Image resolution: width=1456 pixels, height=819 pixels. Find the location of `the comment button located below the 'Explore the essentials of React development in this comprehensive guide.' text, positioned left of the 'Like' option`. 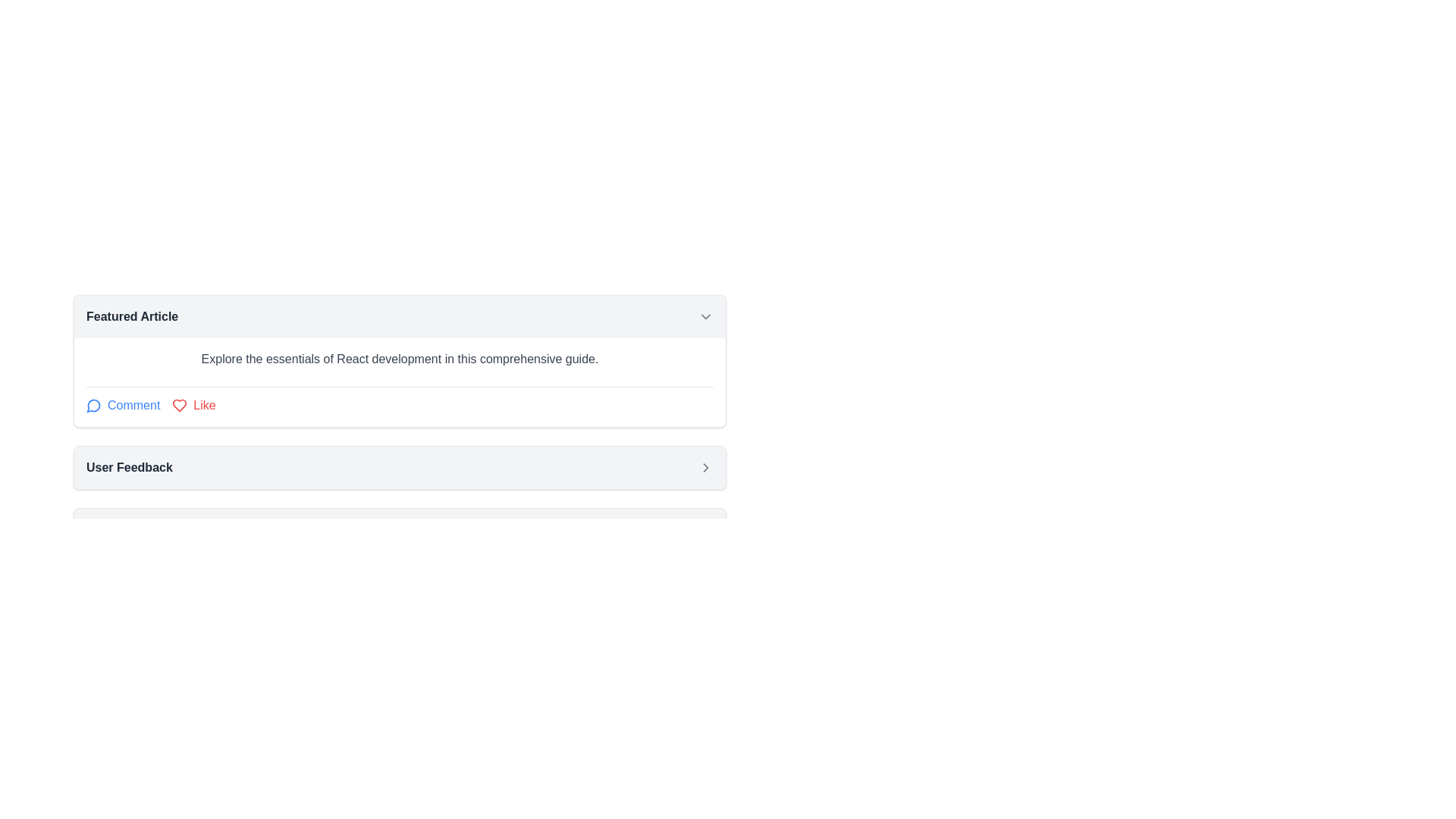

the comment button located below the 'Explore the essentials of React development in this comprehensive guide.' text, positioned left of the 'Like' option is located at coordinates (123, 405).